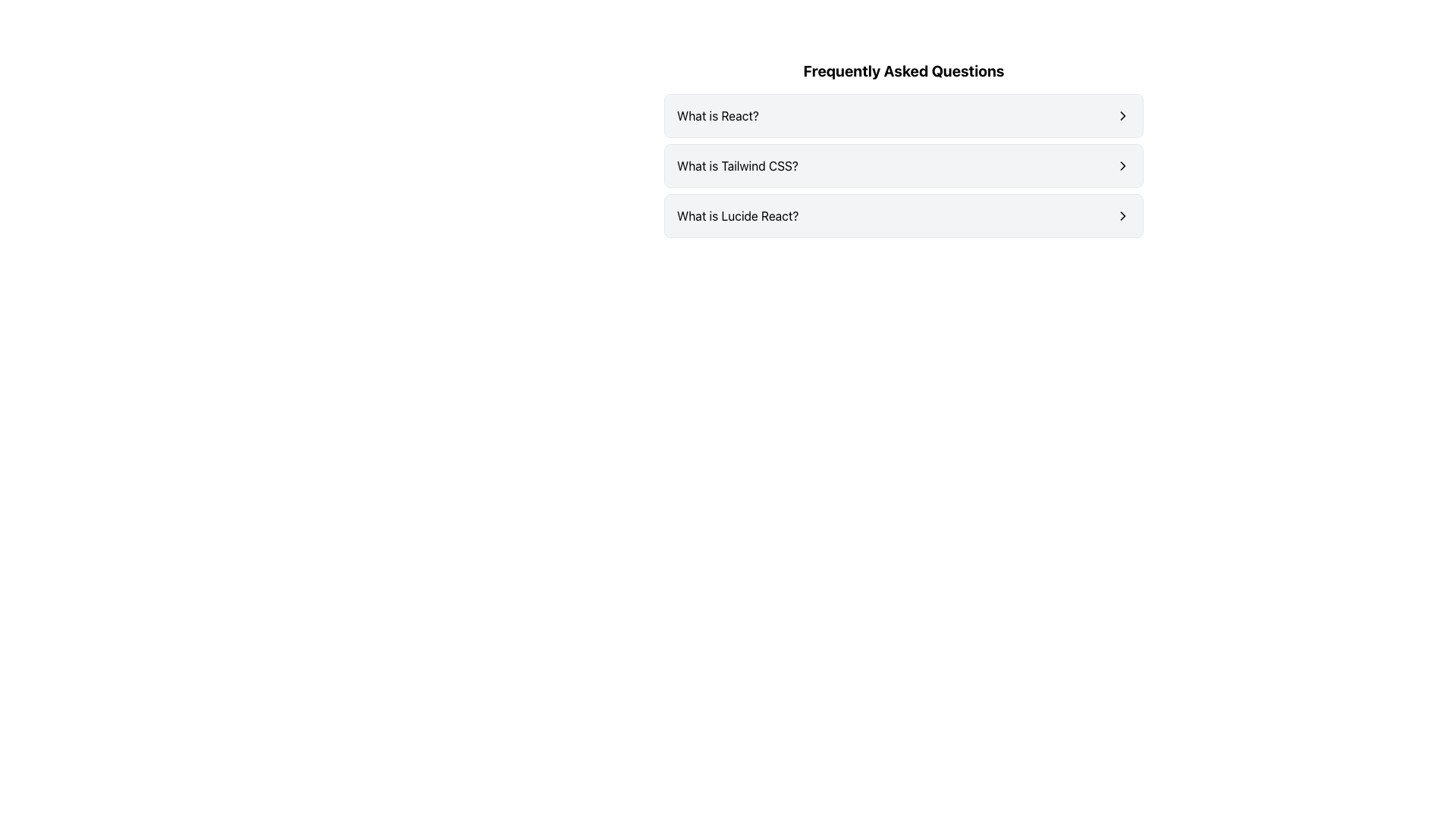  What do you see at coordinates (903, 115) in the screenshot?
I see `the first button in the 'Frequently Asked Questions' section to observe the color change` at bounding box center [903, 115].